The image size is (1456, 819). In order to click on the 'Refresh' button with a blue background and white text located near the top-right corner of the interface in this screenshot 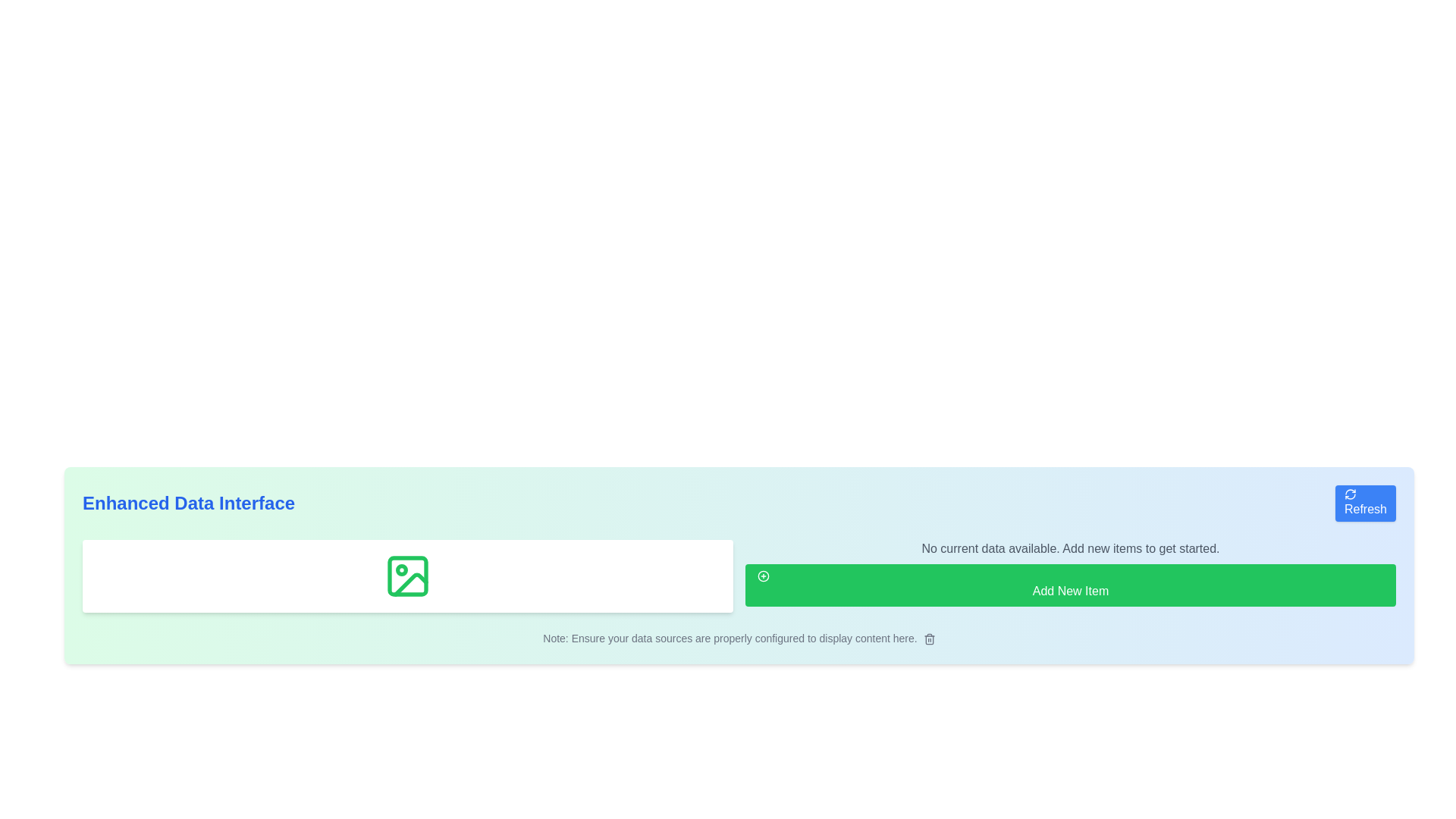, I will do `click(1365, 503)`.